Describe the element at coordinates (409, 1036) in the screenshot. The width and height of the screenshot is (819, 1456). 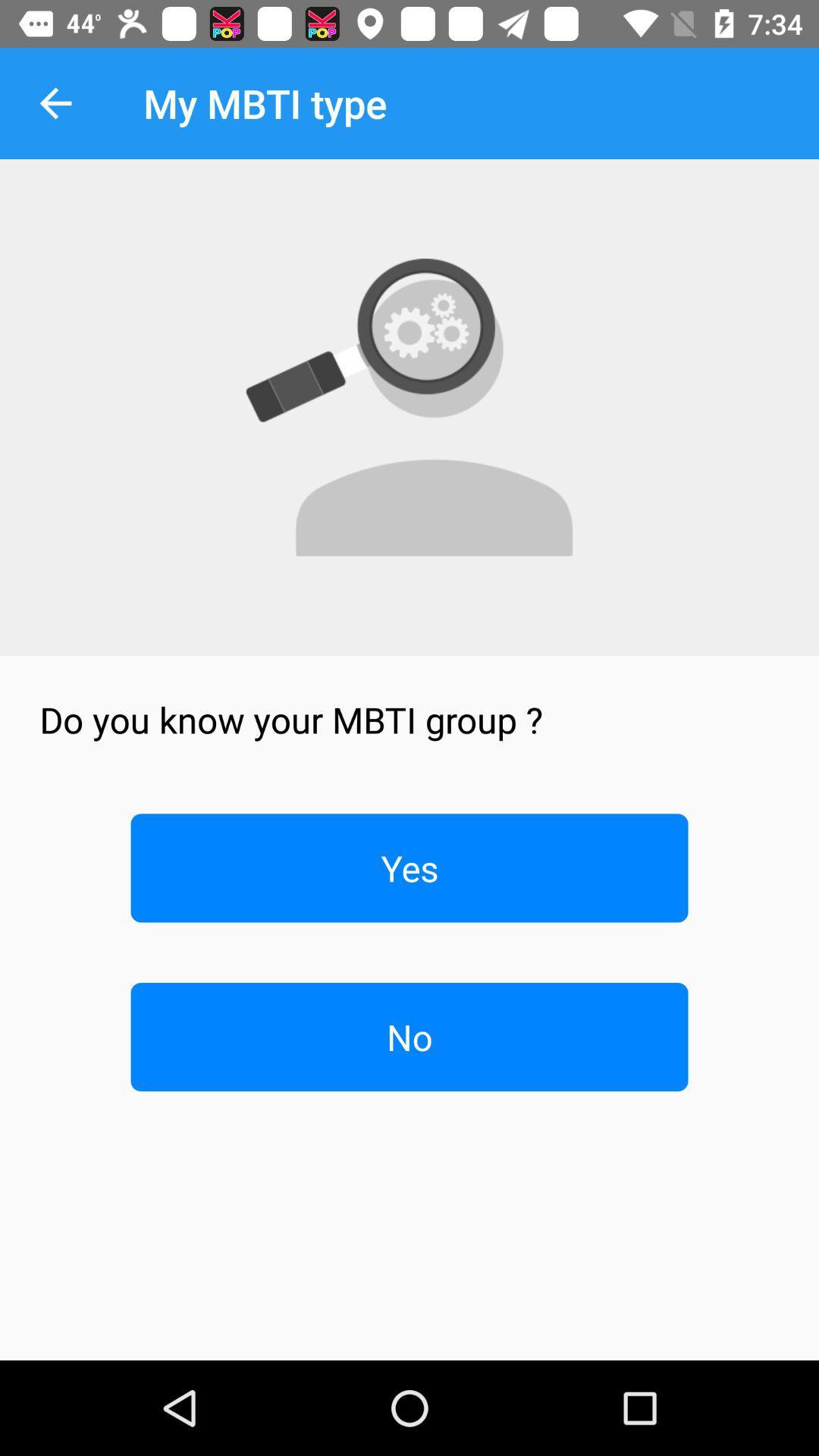
I see `item below the yes` at that location.